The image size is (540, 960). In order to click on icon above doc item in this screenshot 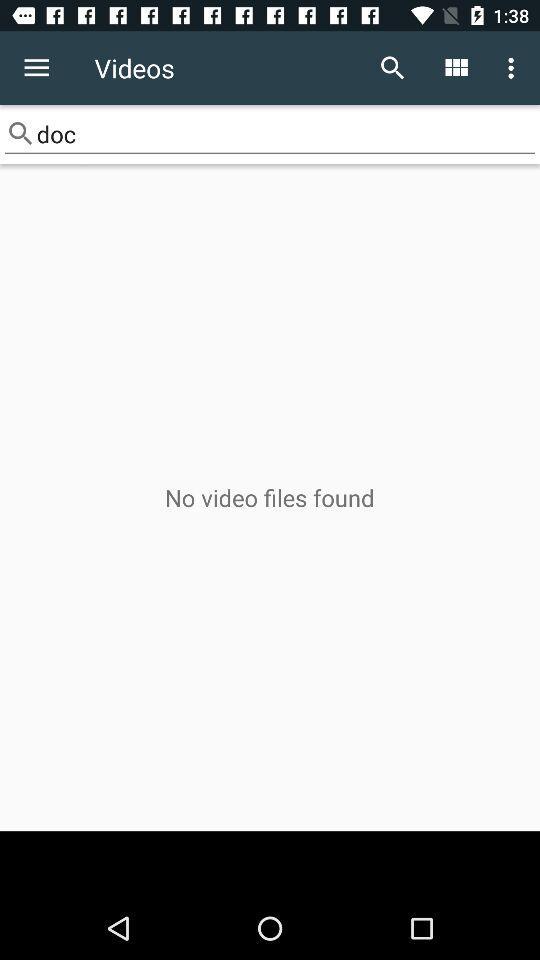, I will do `click(513, 68)`.